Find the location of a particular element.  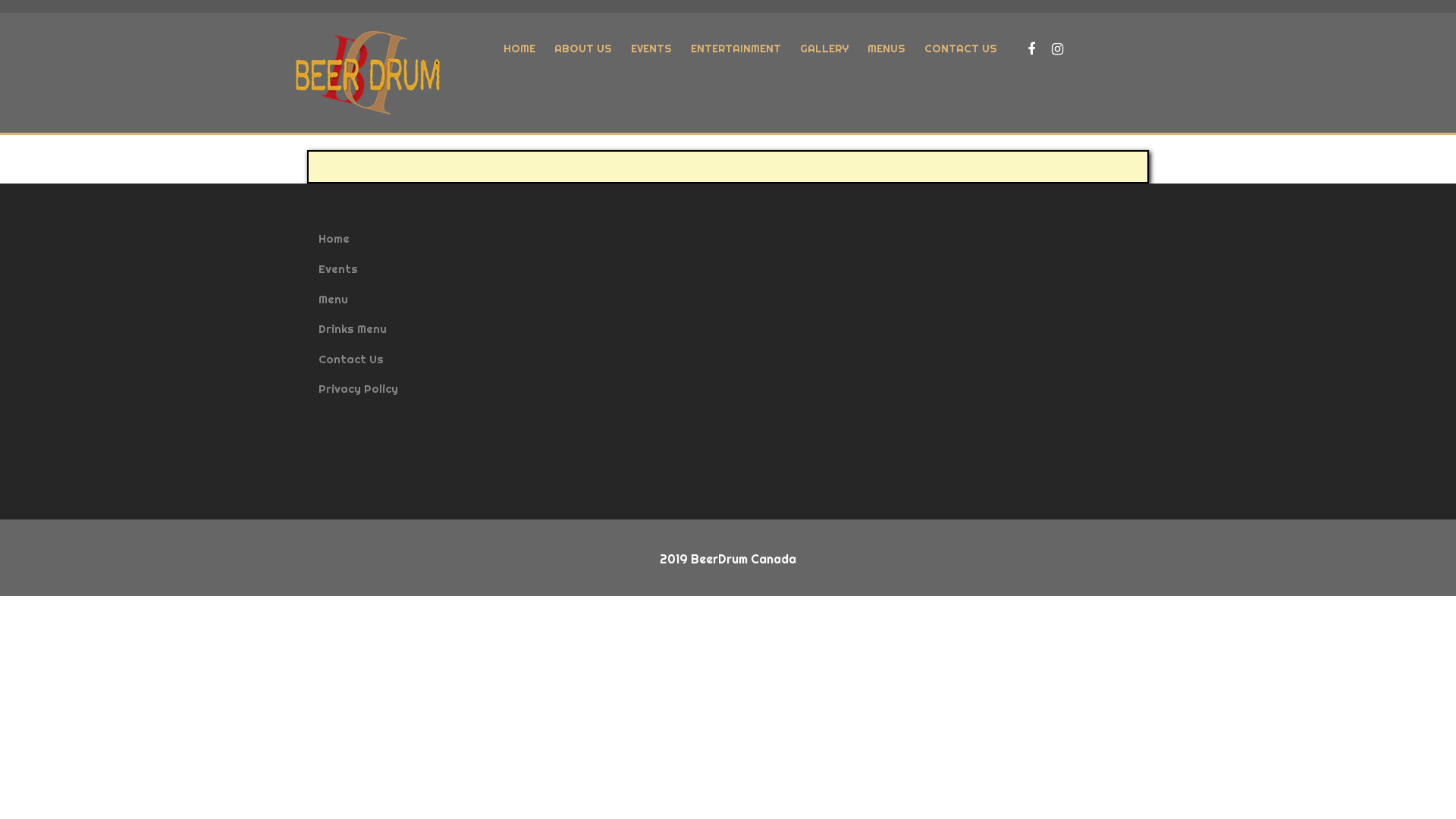

'GALLERY' is located at coordinates (792, 48).